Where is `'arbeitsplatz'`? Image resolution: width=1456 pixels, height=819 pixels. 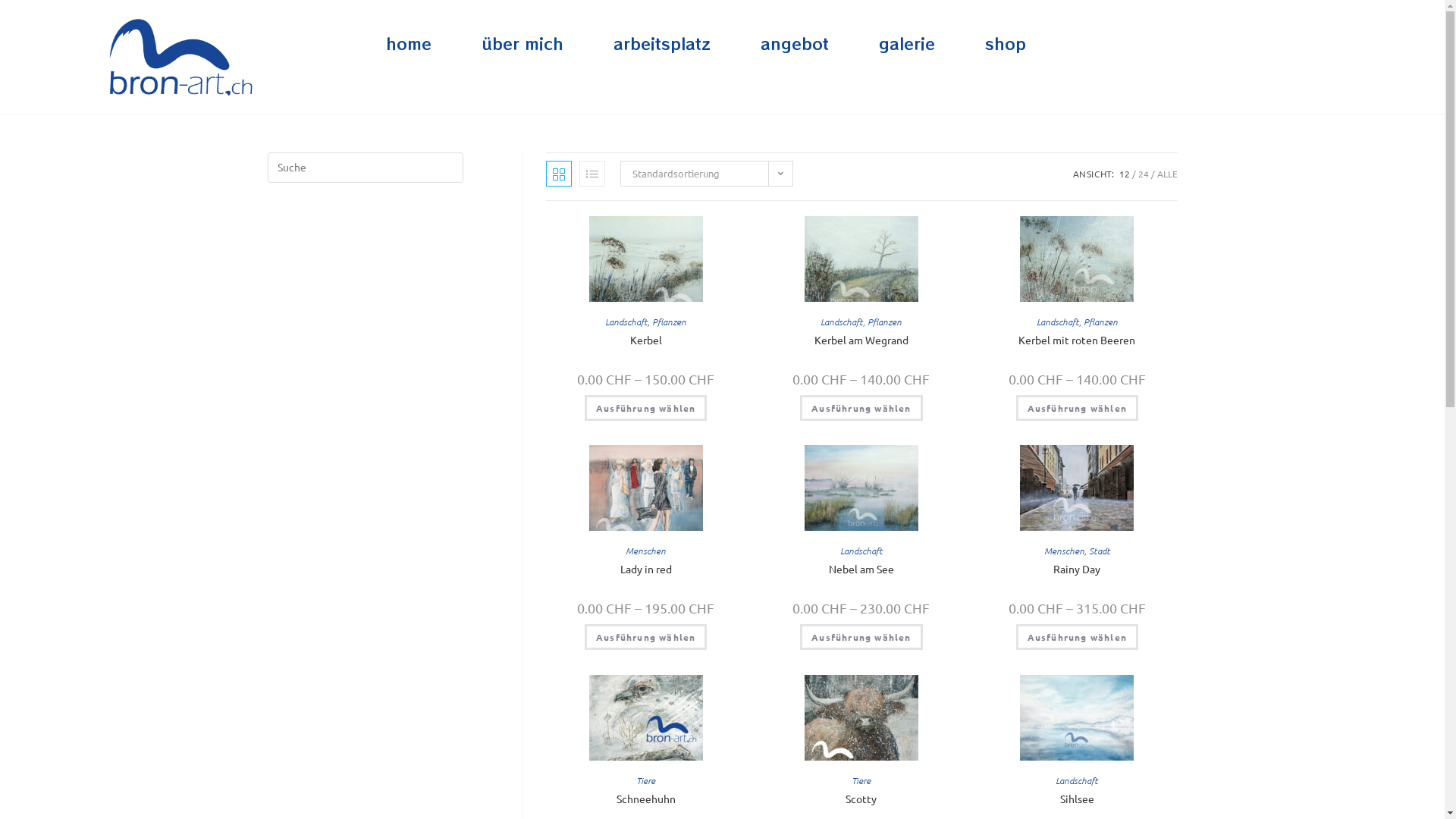 'arbeitsplatz' is located at coordinates (662, 42).